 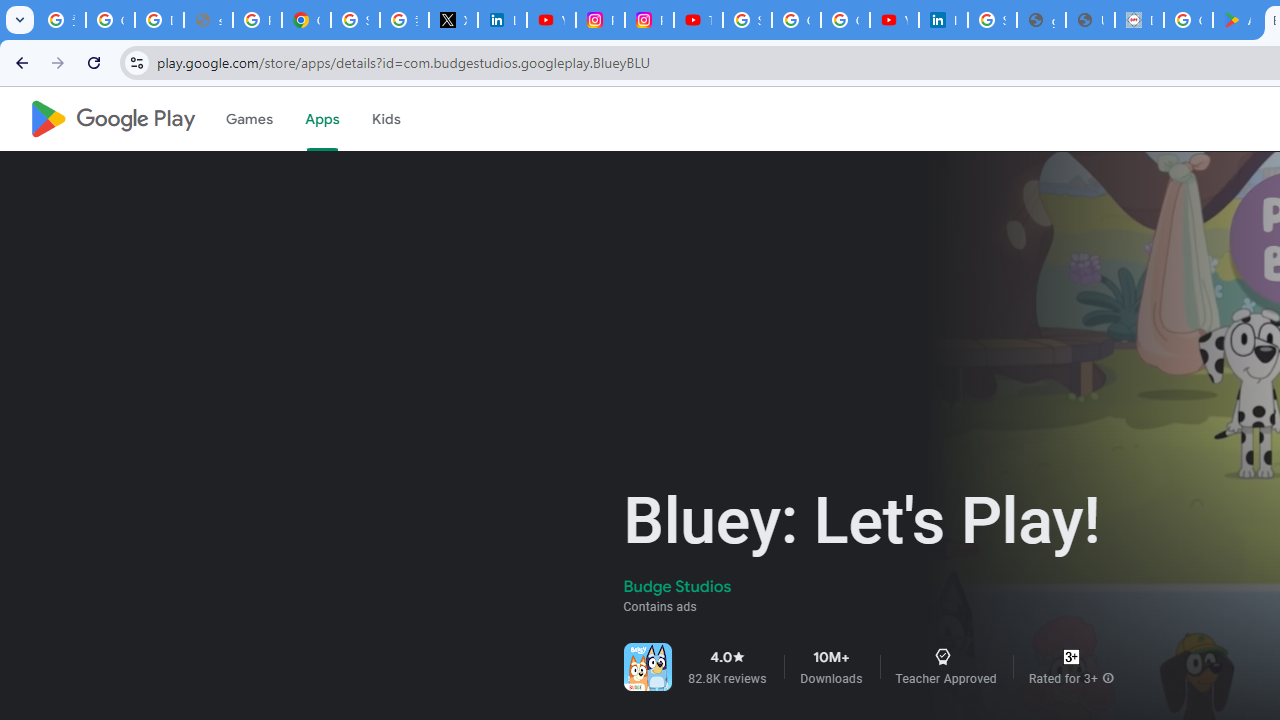 I want to click on 'support.google.com - Network error', so click(x=208, y=20).